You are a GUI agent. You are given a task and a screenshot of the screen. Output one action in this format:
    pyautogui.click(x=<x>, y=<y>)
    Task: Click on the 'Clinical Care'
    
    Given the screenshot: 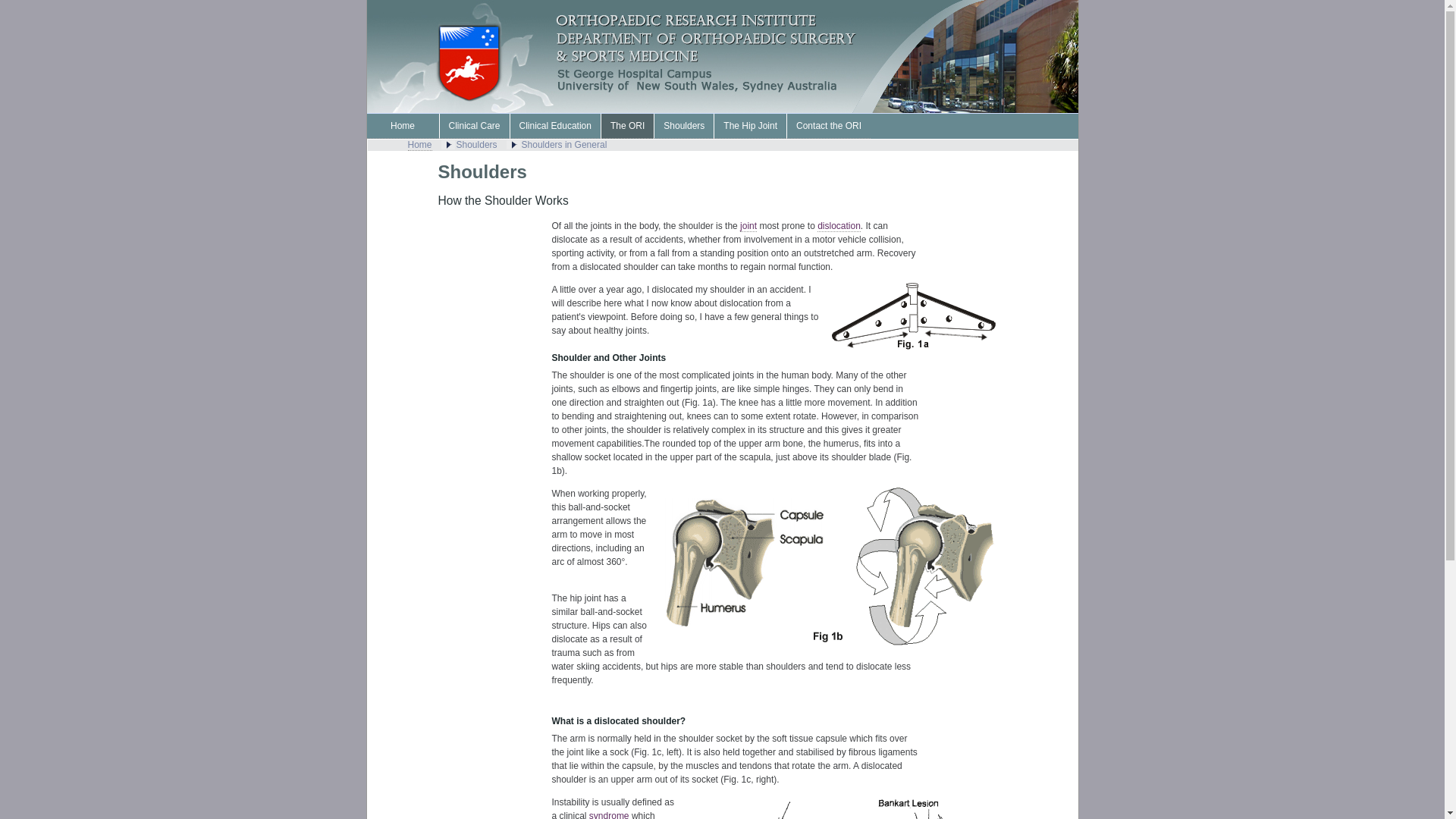 What is the action you would take?
    pyautogui.click(x=472, y=125)
    